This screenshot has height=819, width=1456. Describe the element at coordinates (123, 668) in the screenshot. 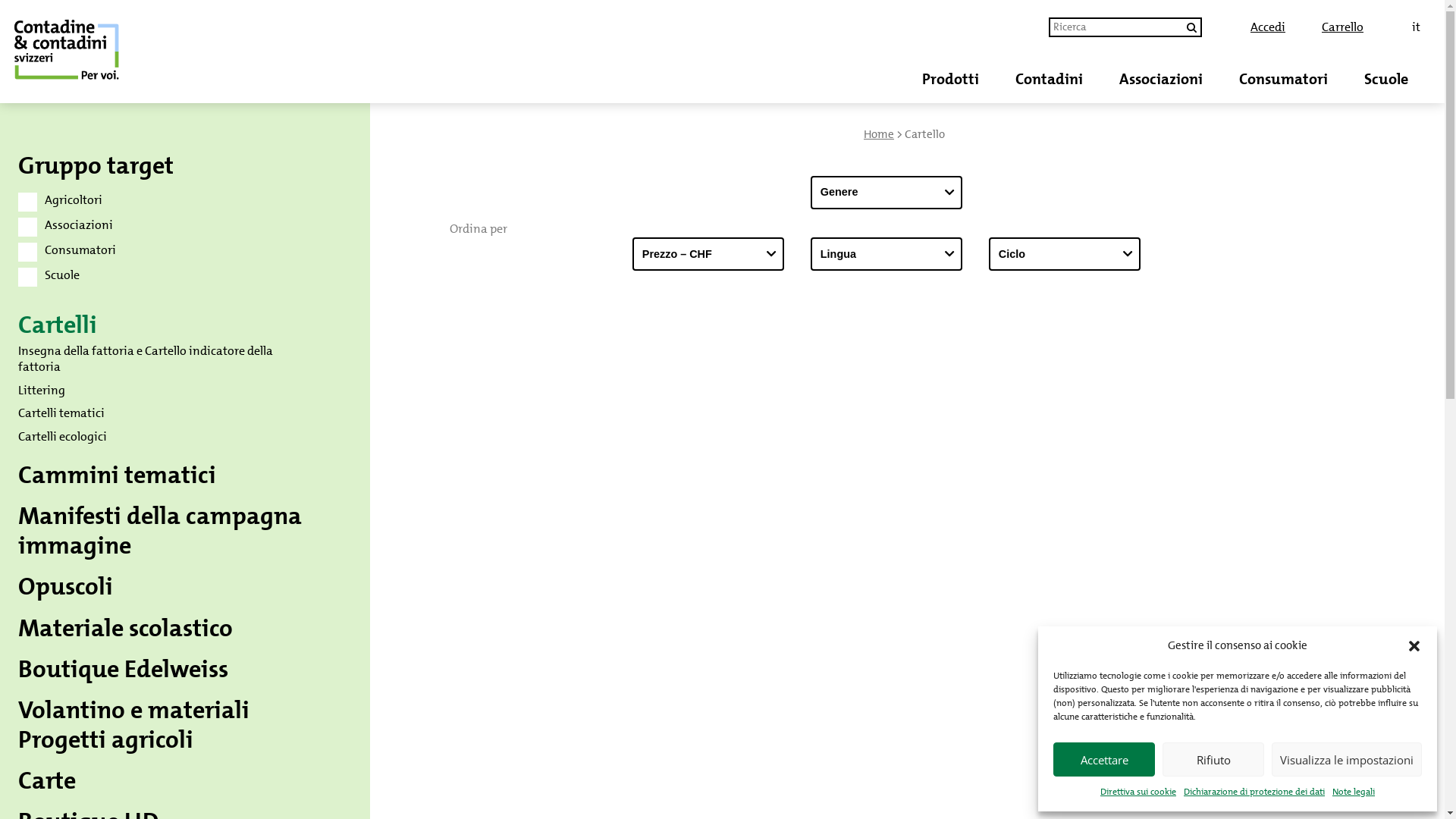

I see `'Boutique Edelweiss'` at that location.